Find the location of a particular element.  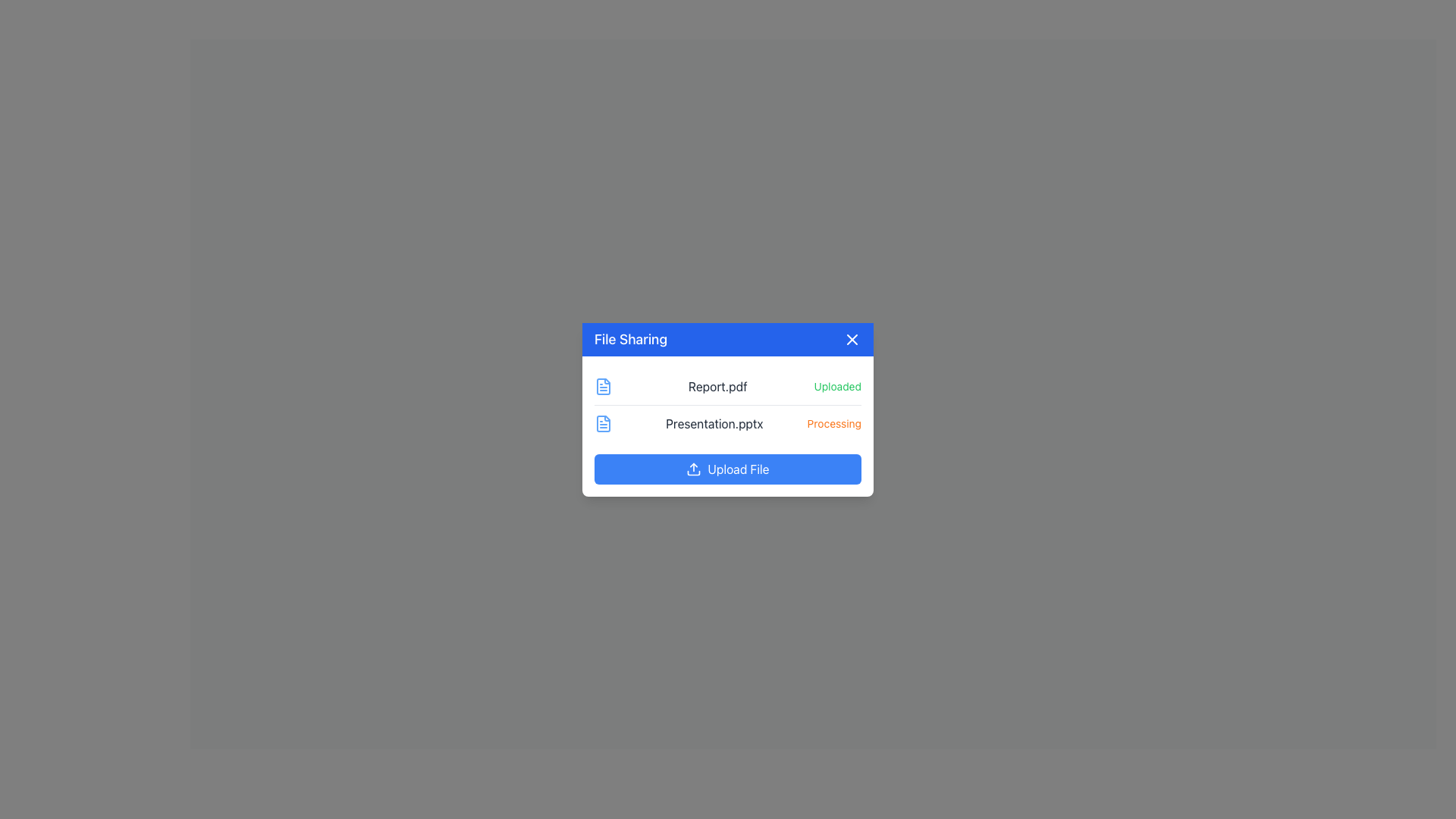

the 'Processing' label, which indicates the status of the file 'Presentation.pptx' in the file sharing dialog is located at coordinates (833, 423).